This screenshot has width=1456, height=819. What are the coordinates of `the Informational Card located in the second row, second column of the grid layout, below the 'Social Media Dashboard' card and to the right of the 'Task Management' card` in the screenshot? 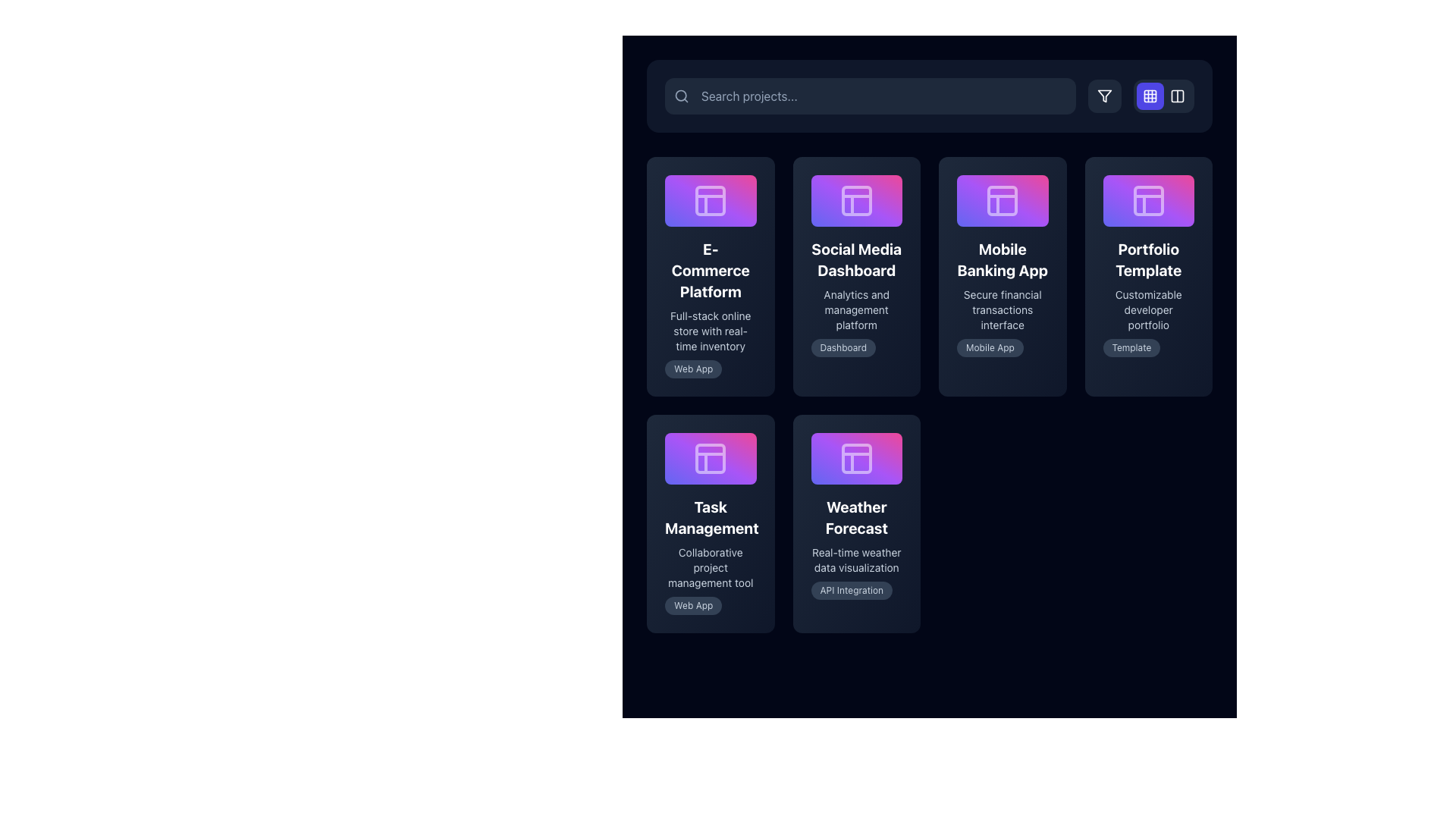 It's located at (856, 522).